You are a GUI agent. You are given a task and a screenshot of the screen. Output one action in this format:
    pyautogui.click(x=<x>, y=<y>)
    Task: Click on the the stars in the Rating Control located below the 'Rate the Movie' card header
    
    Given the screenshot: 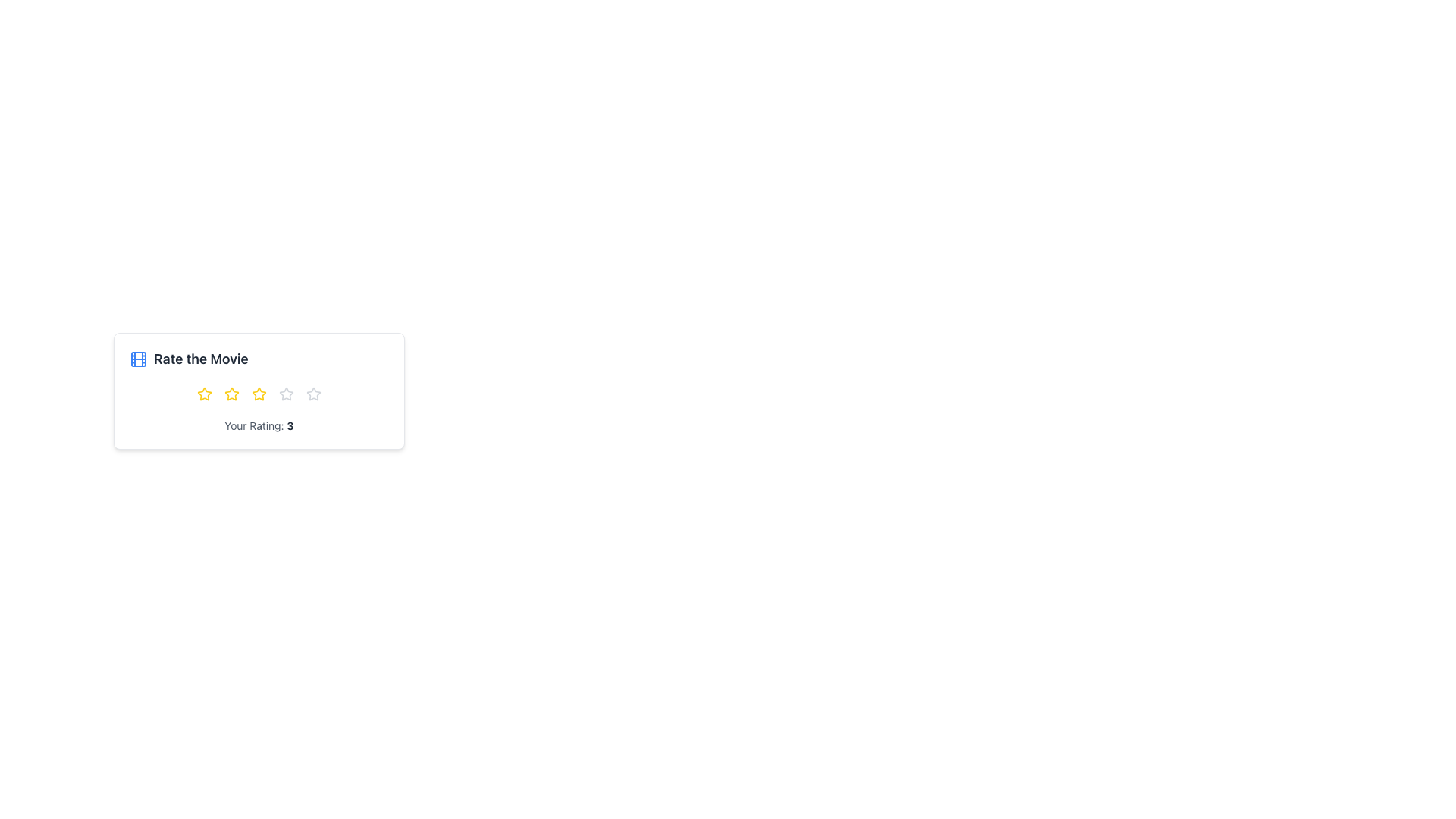 What is the action you would take?
    pyautogui.click(x=259, y=394)
    